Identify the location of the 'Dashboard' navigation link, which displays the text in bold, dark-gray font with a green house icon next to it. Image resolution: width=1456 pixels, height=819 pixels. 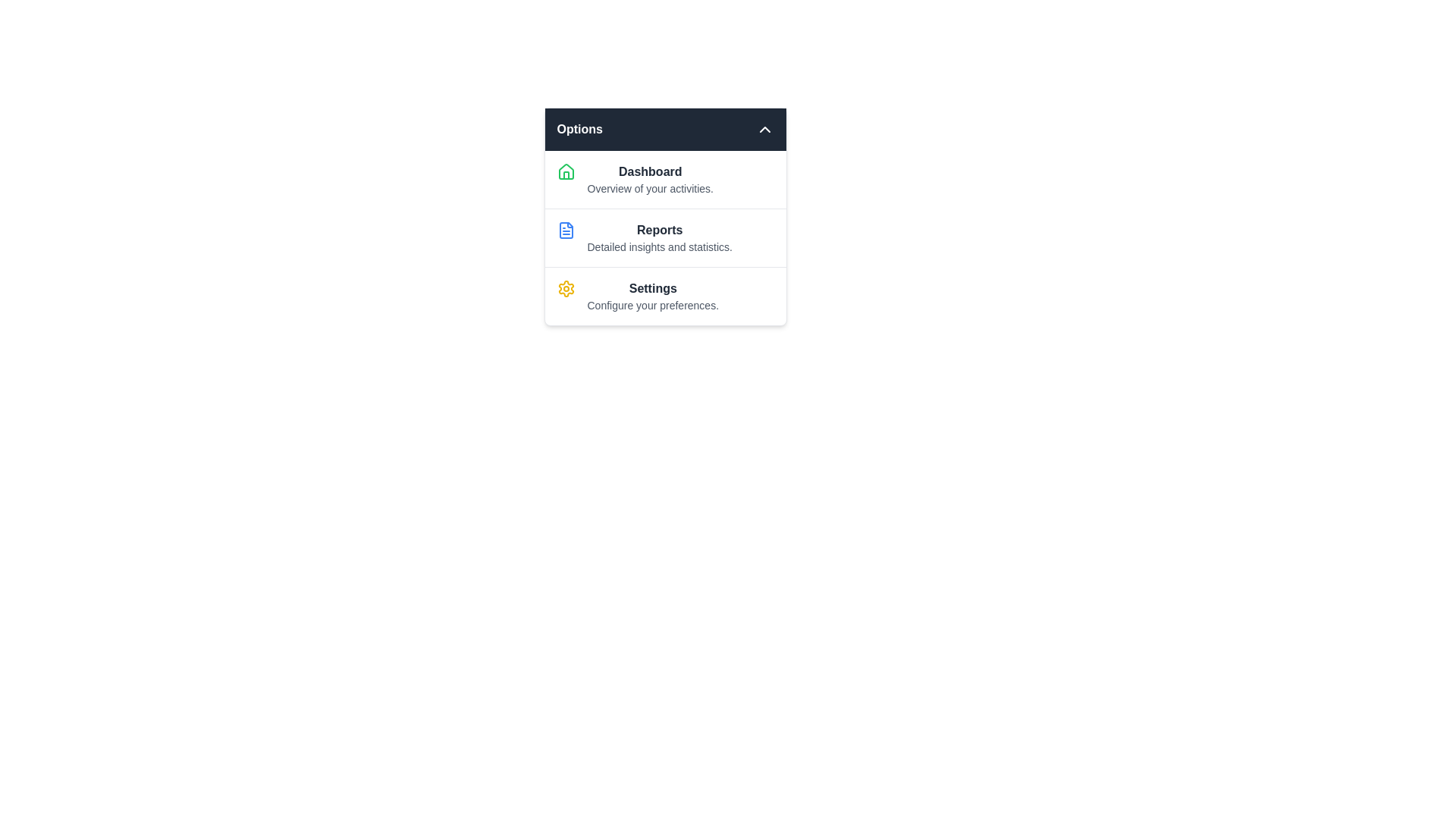
(665, 178).